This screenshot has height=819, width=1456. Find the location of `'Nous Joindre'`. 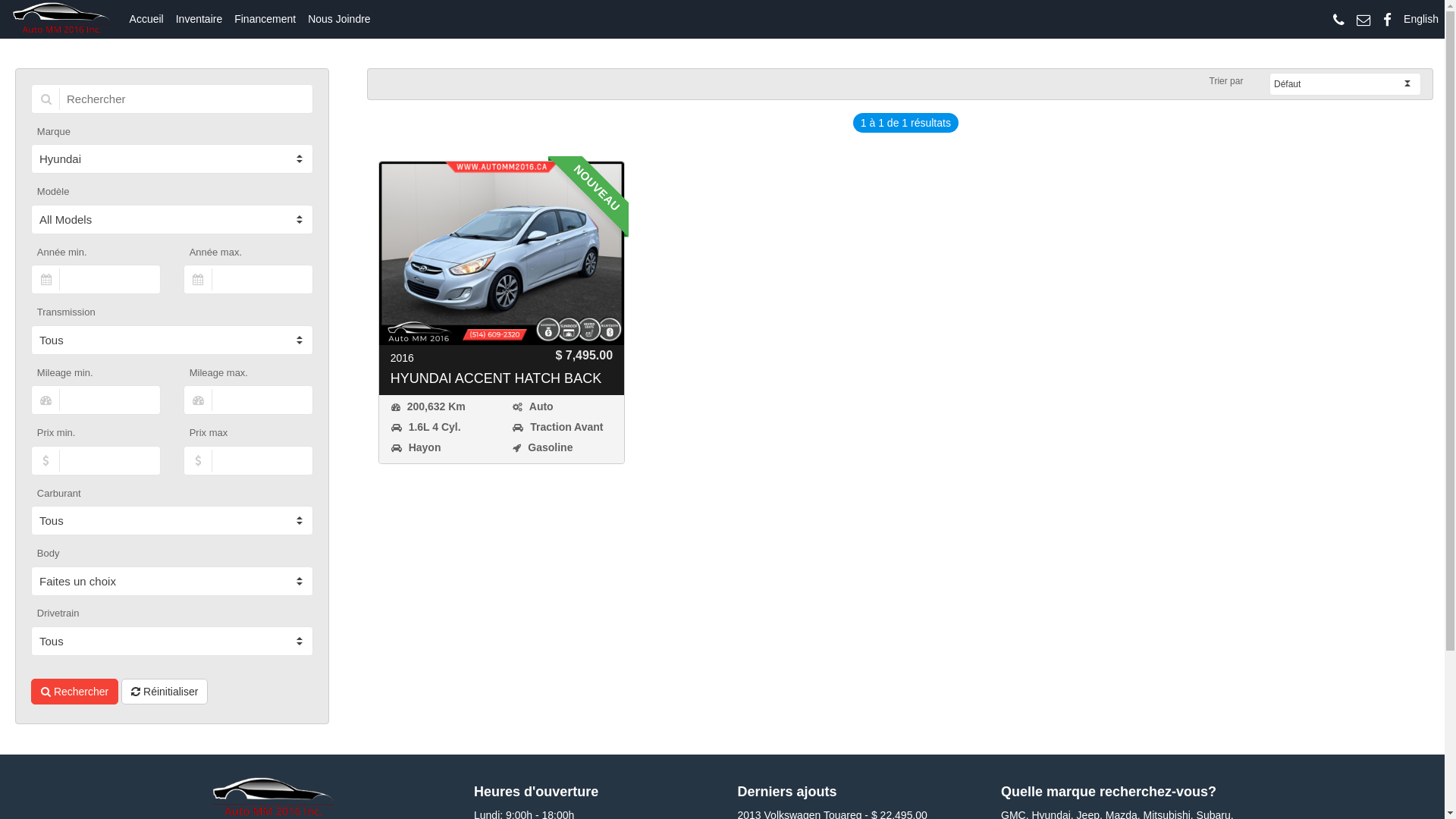

'Nous Joindre' is located at coordinates (338, 18).